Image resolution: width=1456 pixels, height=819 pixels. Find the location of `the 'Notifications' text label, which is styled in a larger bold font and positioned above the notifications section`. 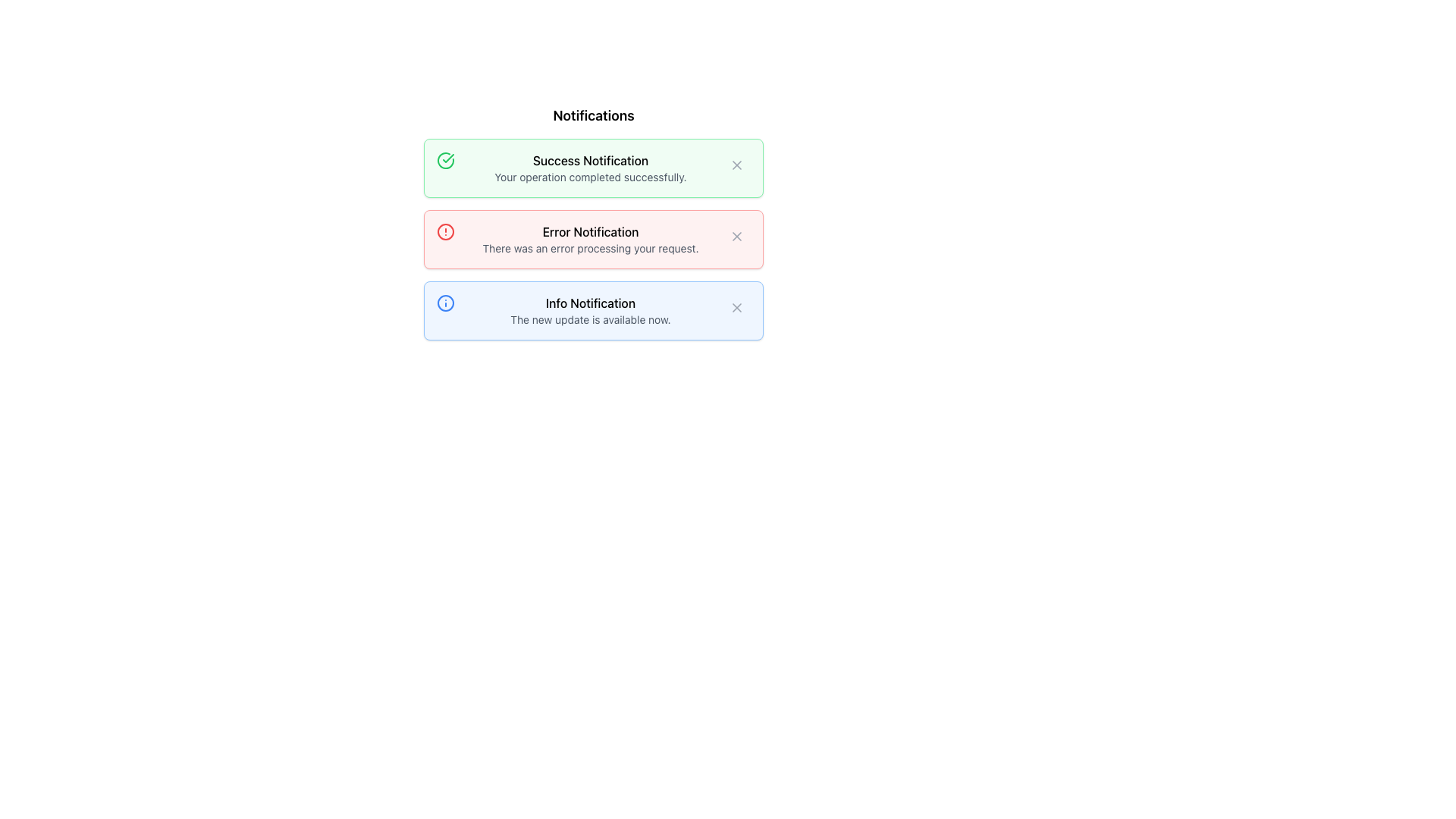

the 'Notifications' text label, which is styled in a larger bold font and positioned above the notifications section is located at coordinates (592, 115).